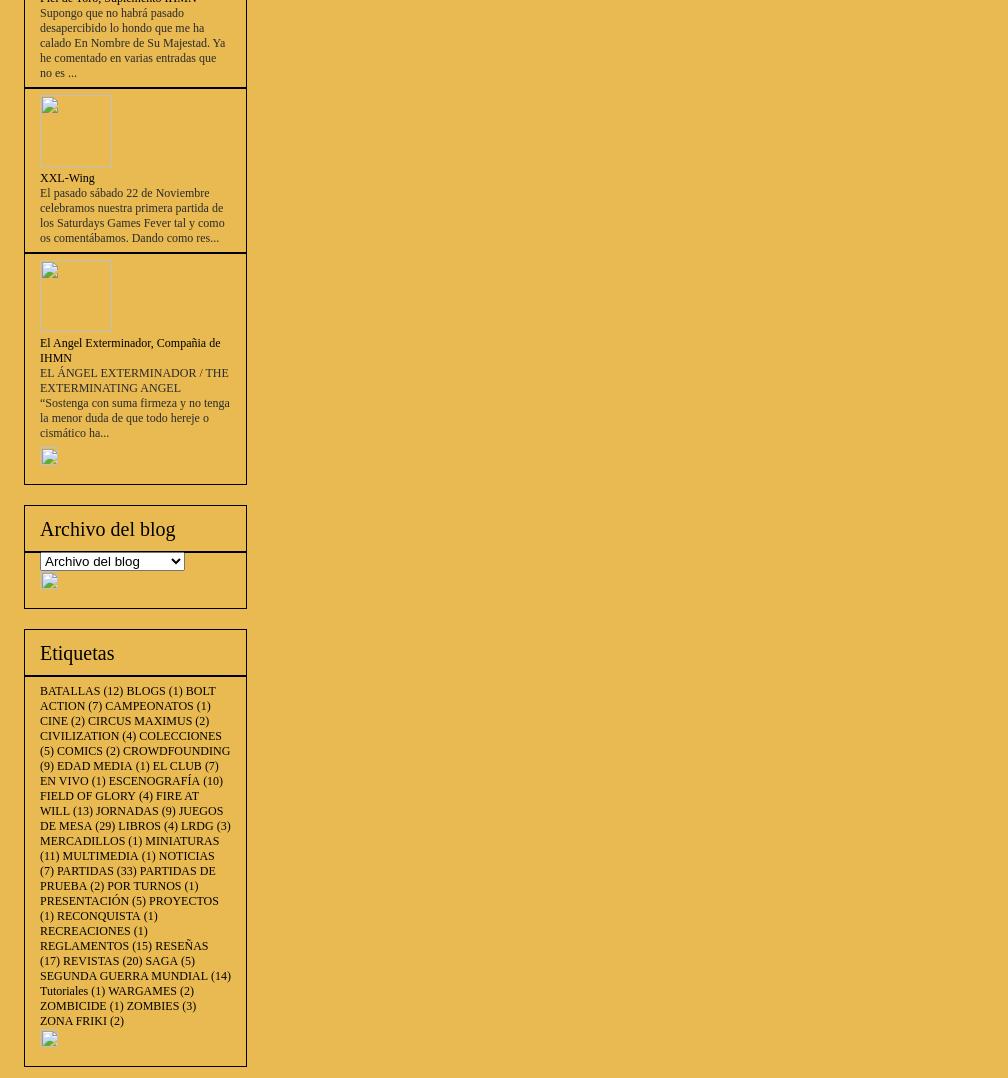 The image size is (1008, 1078). I want to click on 'CAMPEONATOS', so click(105, 704).